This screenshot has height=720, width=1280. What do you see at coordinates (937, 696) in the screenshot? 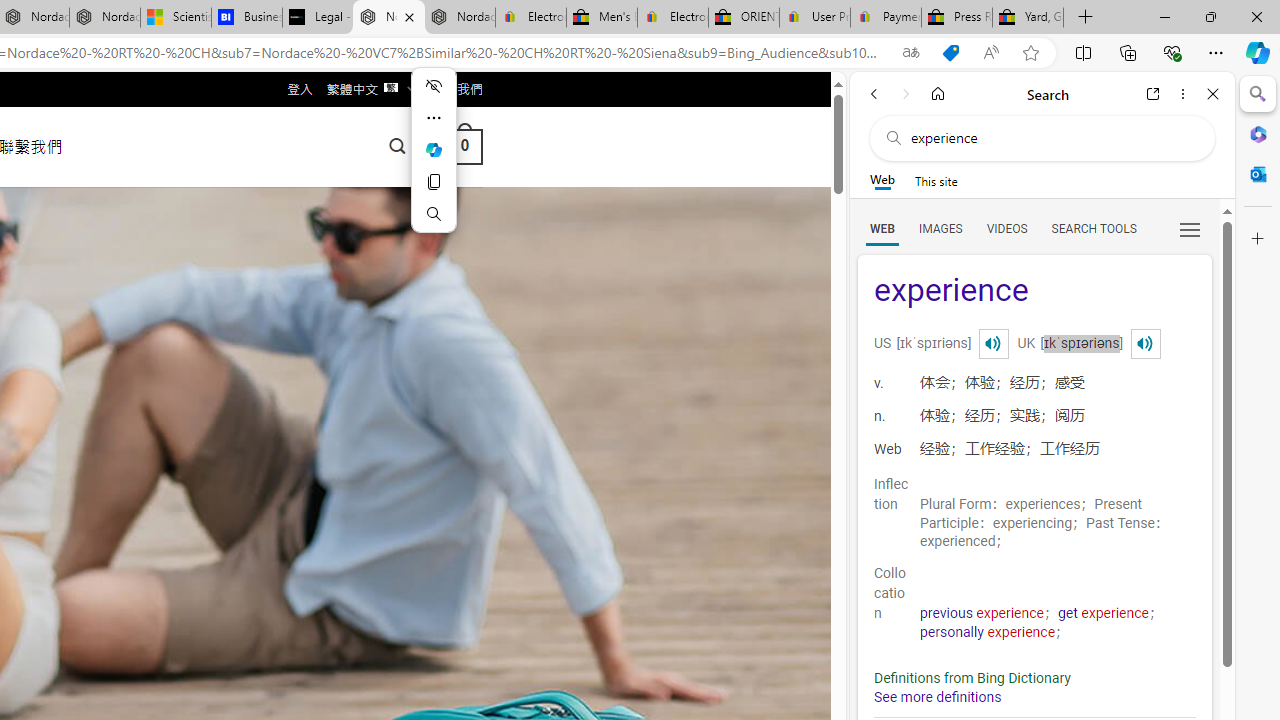
I see `'See more definitions'` at bounding box center [937, 696].